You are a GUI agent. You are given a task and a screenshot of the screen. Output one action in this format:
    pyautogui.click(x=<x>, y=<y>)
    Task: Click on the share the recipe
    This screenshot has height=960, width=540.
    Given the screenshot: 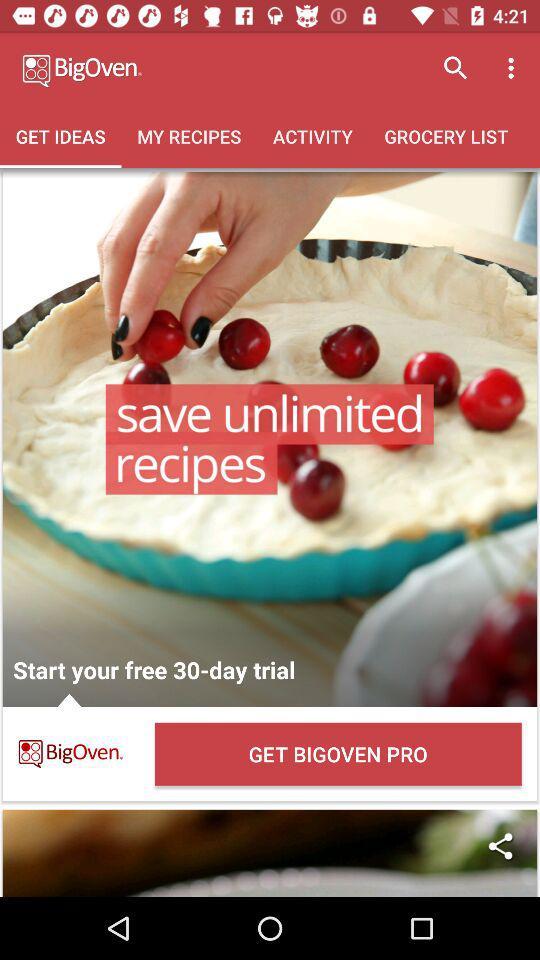 What is the action you would take?
    pyautogui.click(x=270, y=852)
    